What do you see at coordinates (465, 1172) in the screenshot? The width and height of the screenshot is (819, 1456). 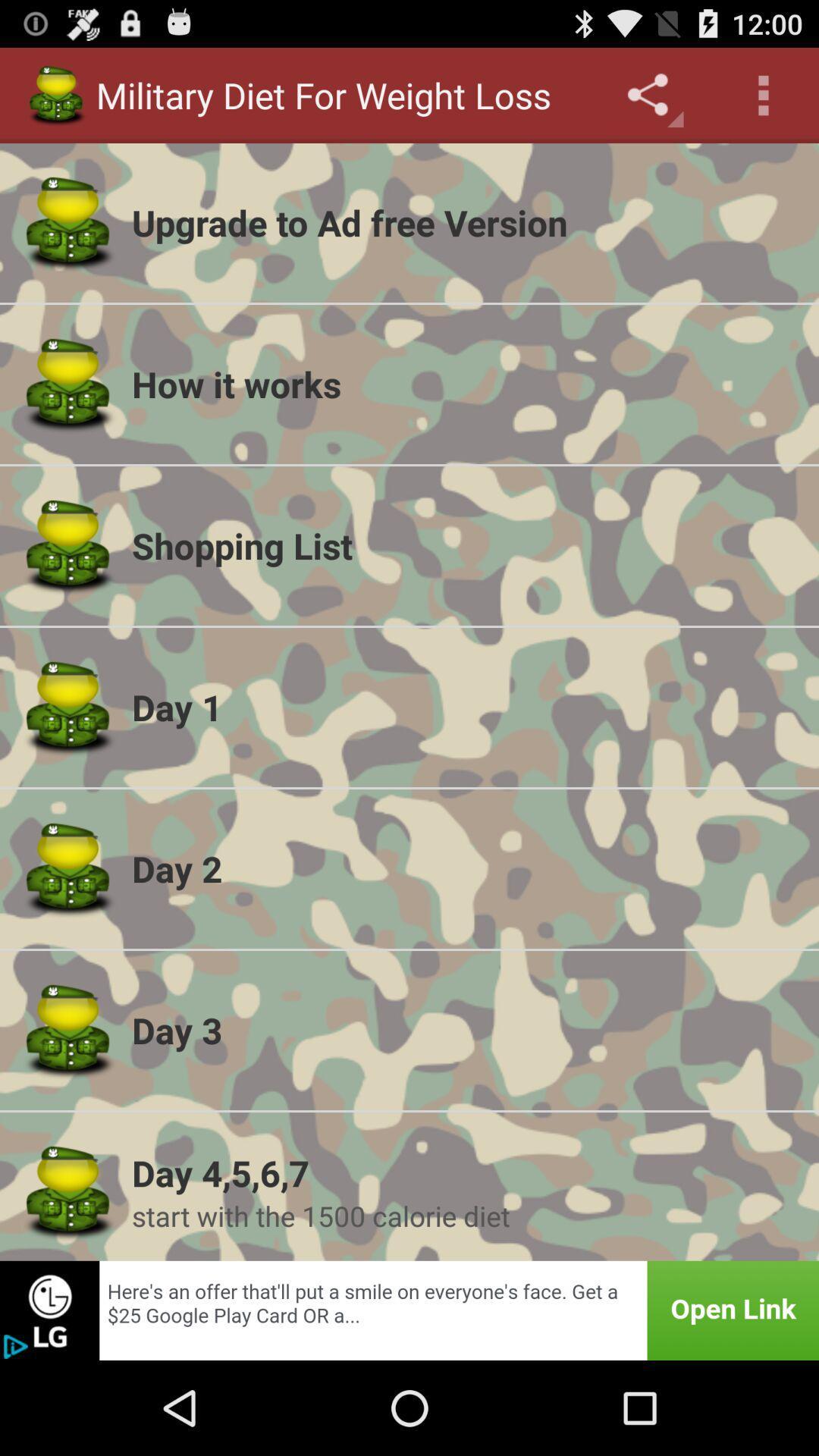 I see `item above the start with the icon` at bounding box center [465, 1172].